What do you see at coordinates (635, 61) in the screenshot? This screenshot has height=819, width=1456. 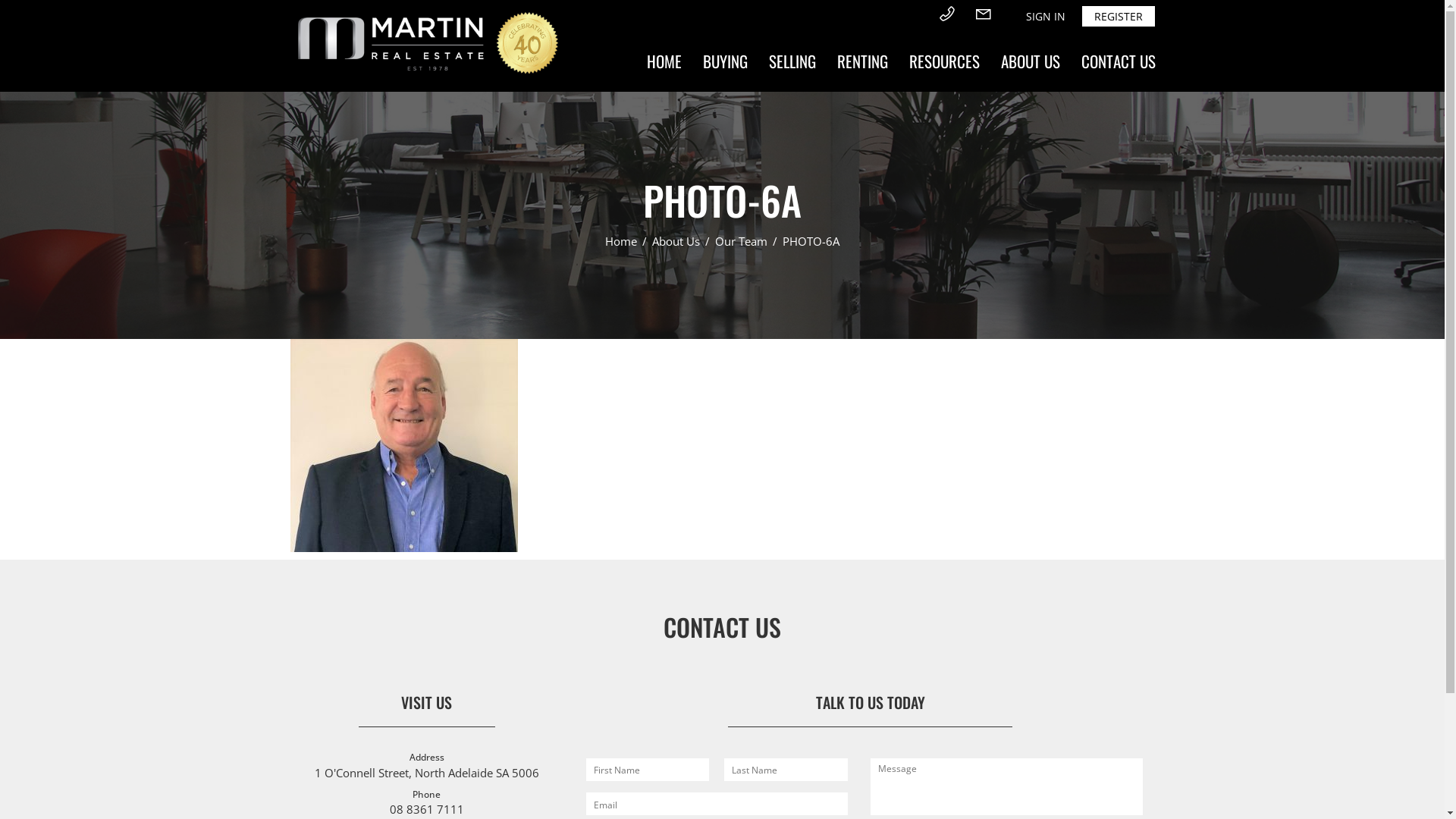 I see `'HOME'` at bounding box center [635, 61].